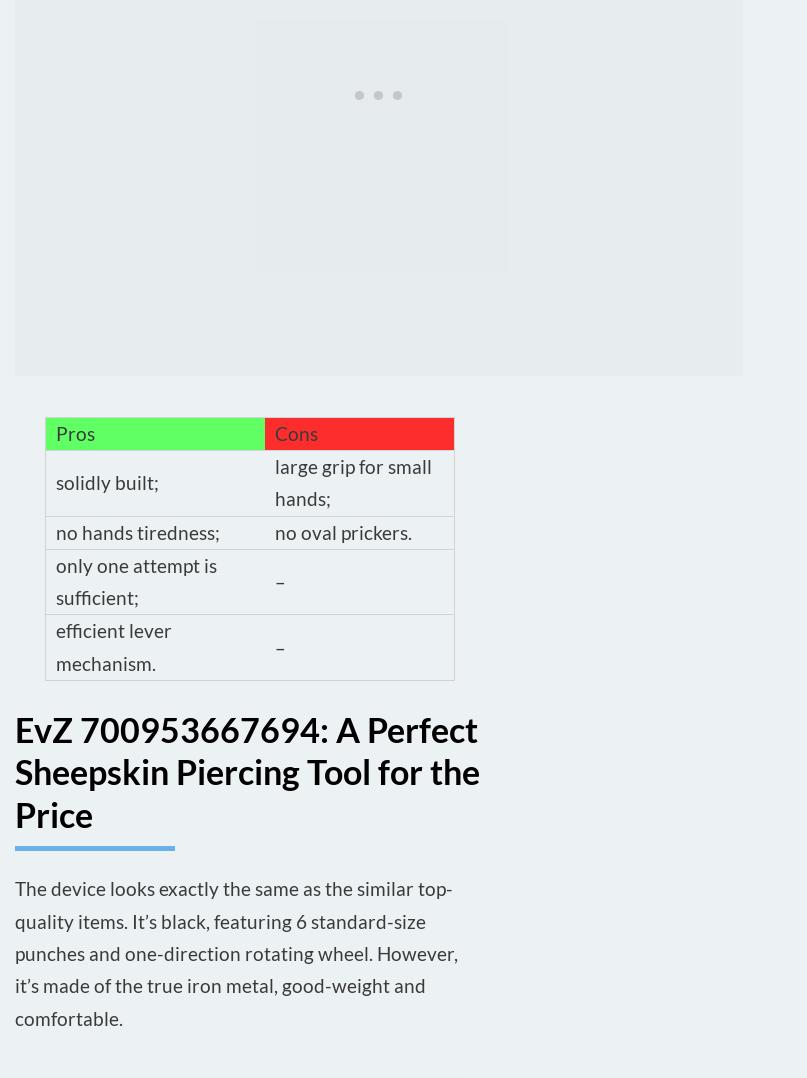 The image size is (807, 1078). I want to click on 'EvZ 700953667694: A Perfect Sheepskin Piercing Tool for the Price', so click(246, 770).